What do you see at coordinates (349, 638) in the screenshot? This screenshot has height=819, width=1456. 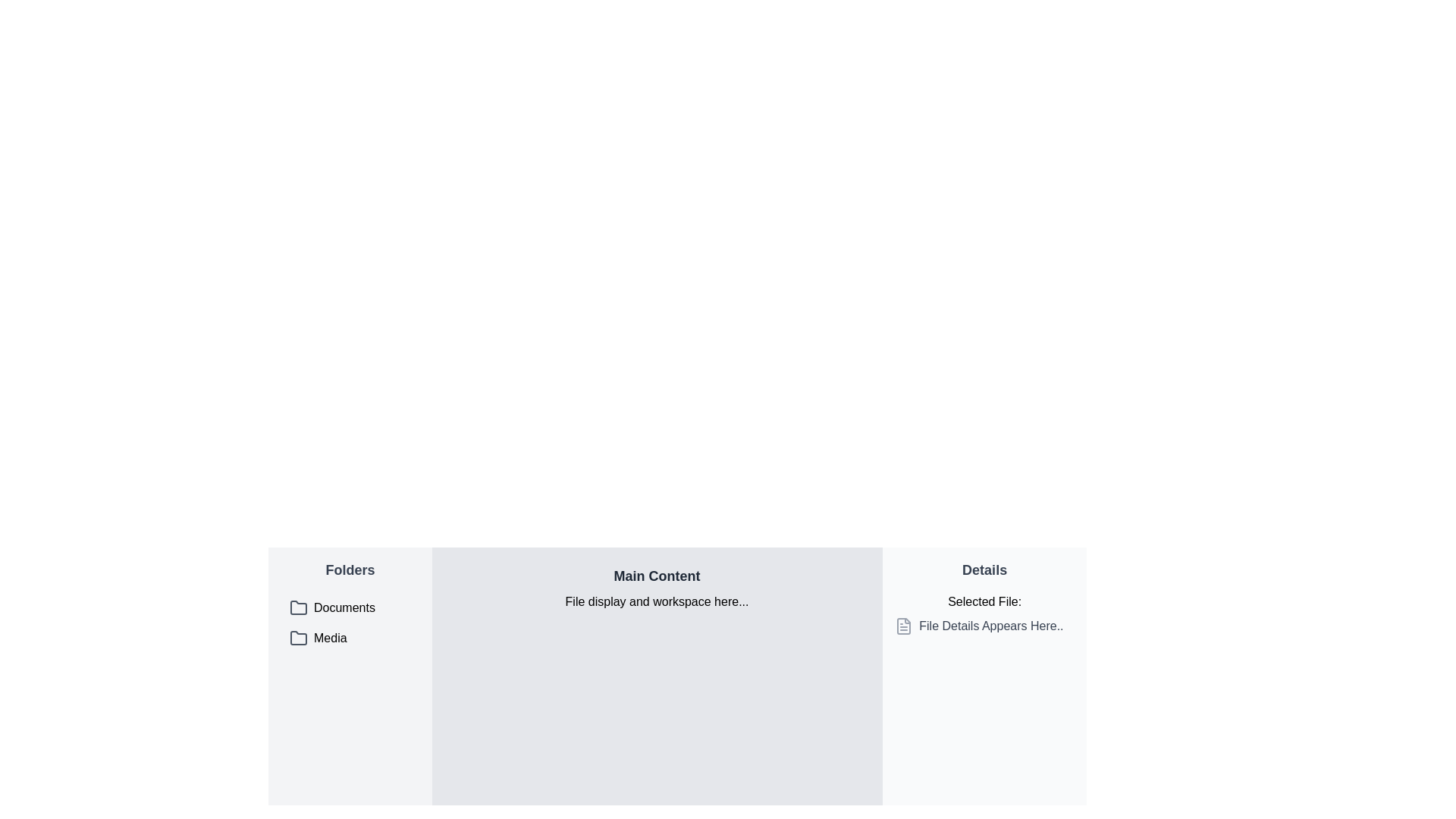 I see `the 'Media' folder located below the 'Documents' folder in the left-hand section of the interface` at bounding box center [349, 638].